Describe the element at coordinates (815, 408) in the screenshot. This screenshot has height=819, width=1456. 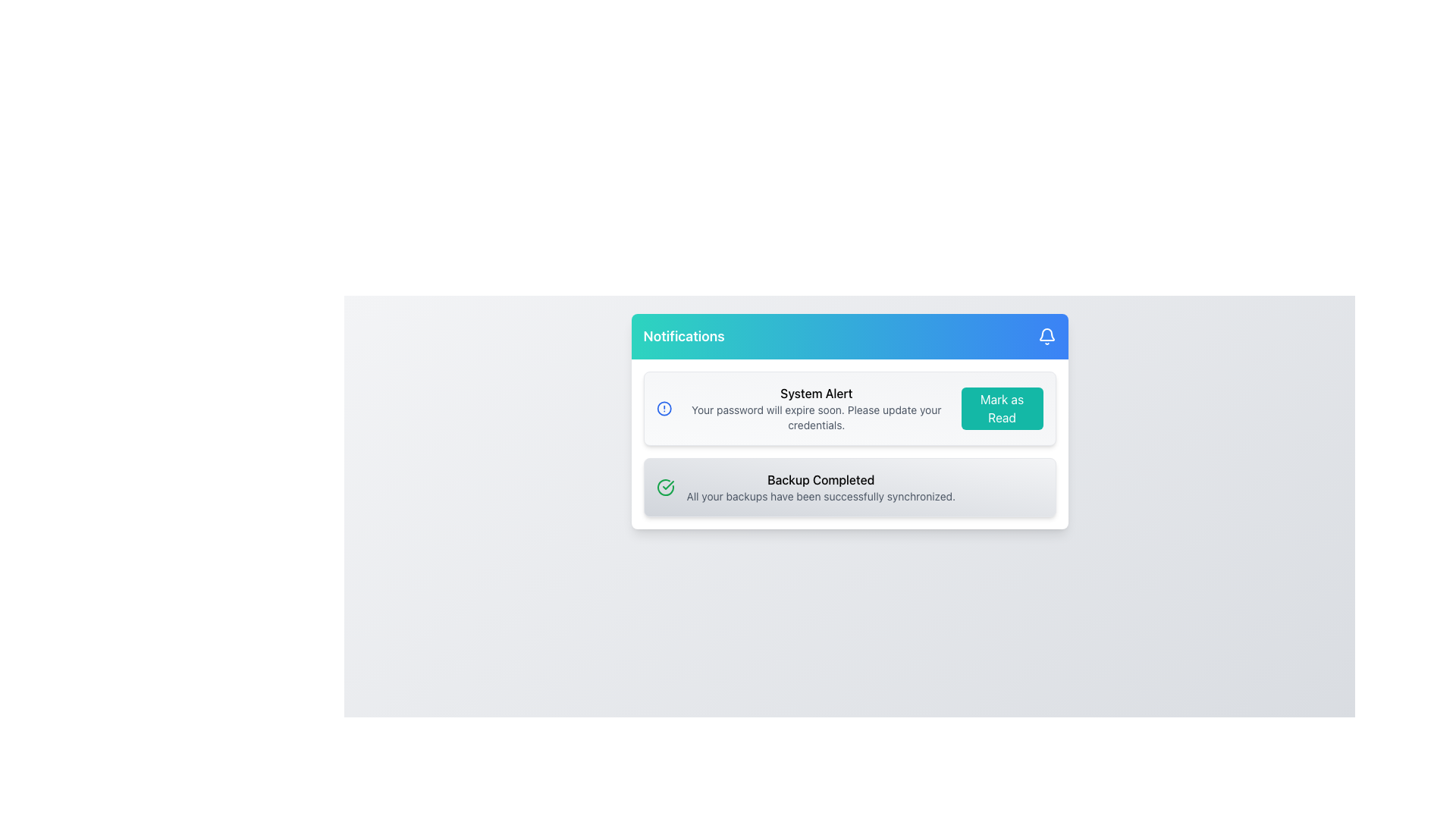
I see `notification with the bold "System Alert" header and the message "Your password will expire soon. Please update your credentials." located in the upper section of the Notifications widget` at that location.